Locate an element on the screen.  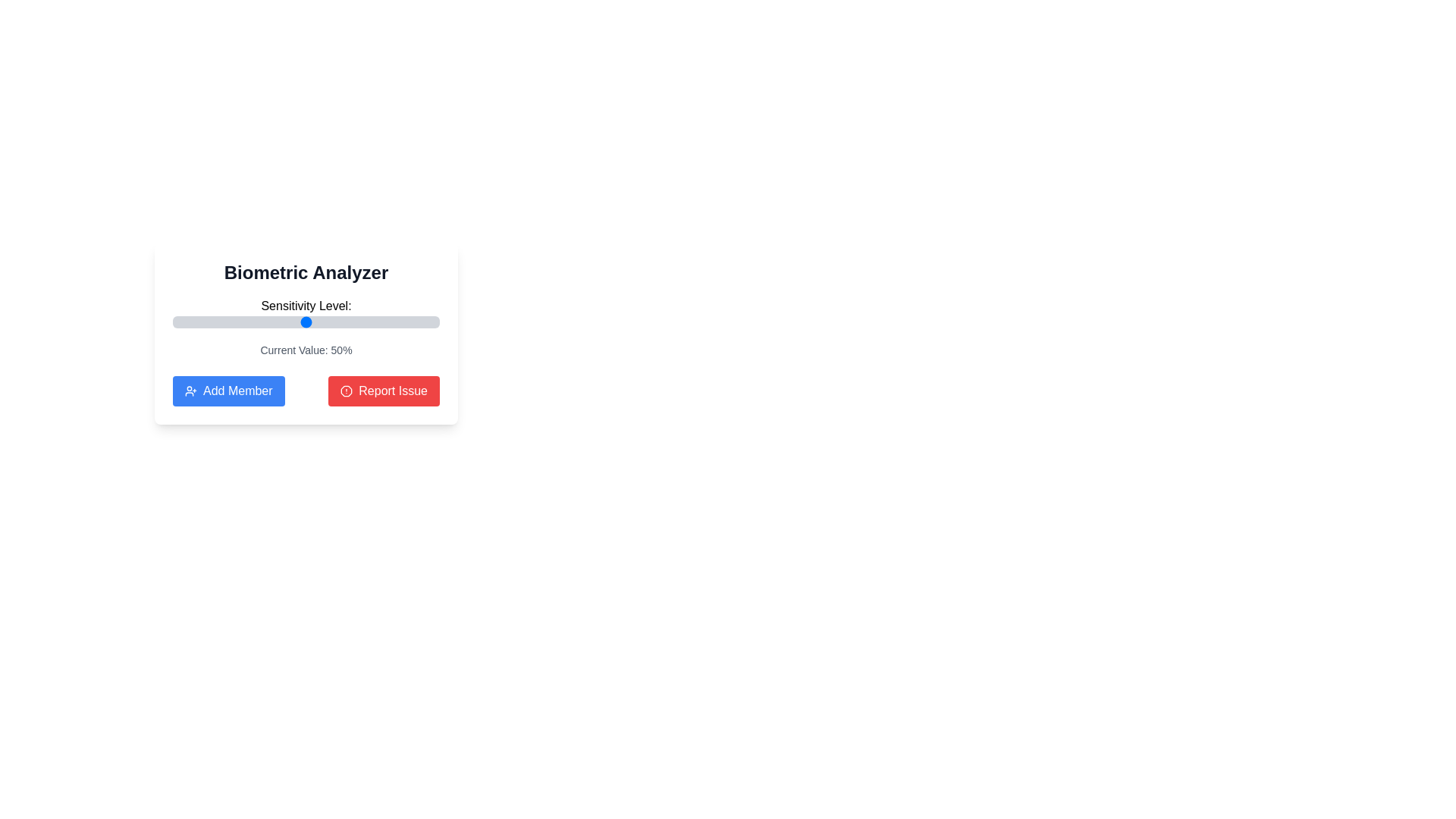
the sensitivity level is located at coordinates (178, 321).